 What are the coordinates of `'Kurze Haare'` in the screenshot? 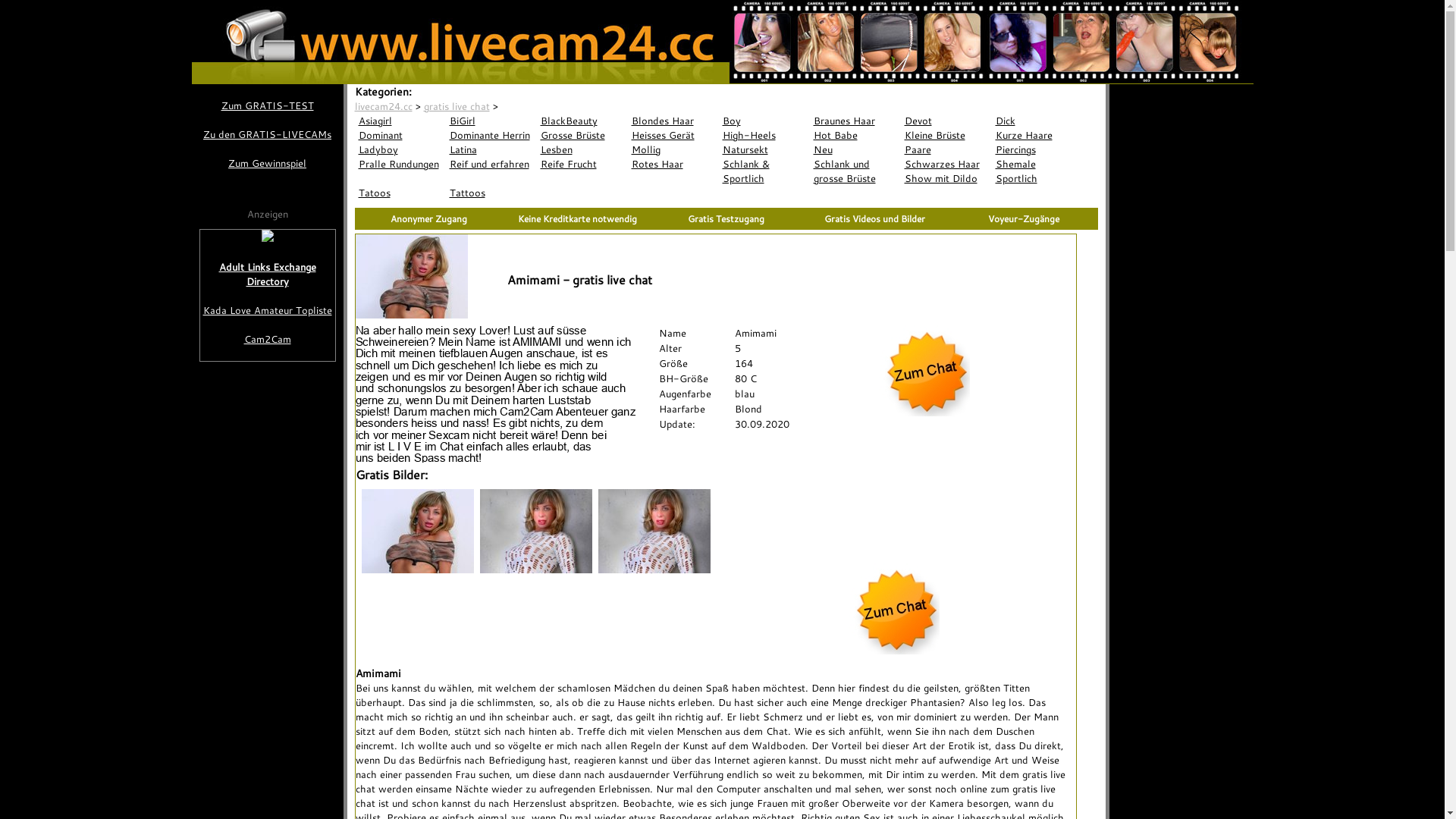 It's located at (992, 134).